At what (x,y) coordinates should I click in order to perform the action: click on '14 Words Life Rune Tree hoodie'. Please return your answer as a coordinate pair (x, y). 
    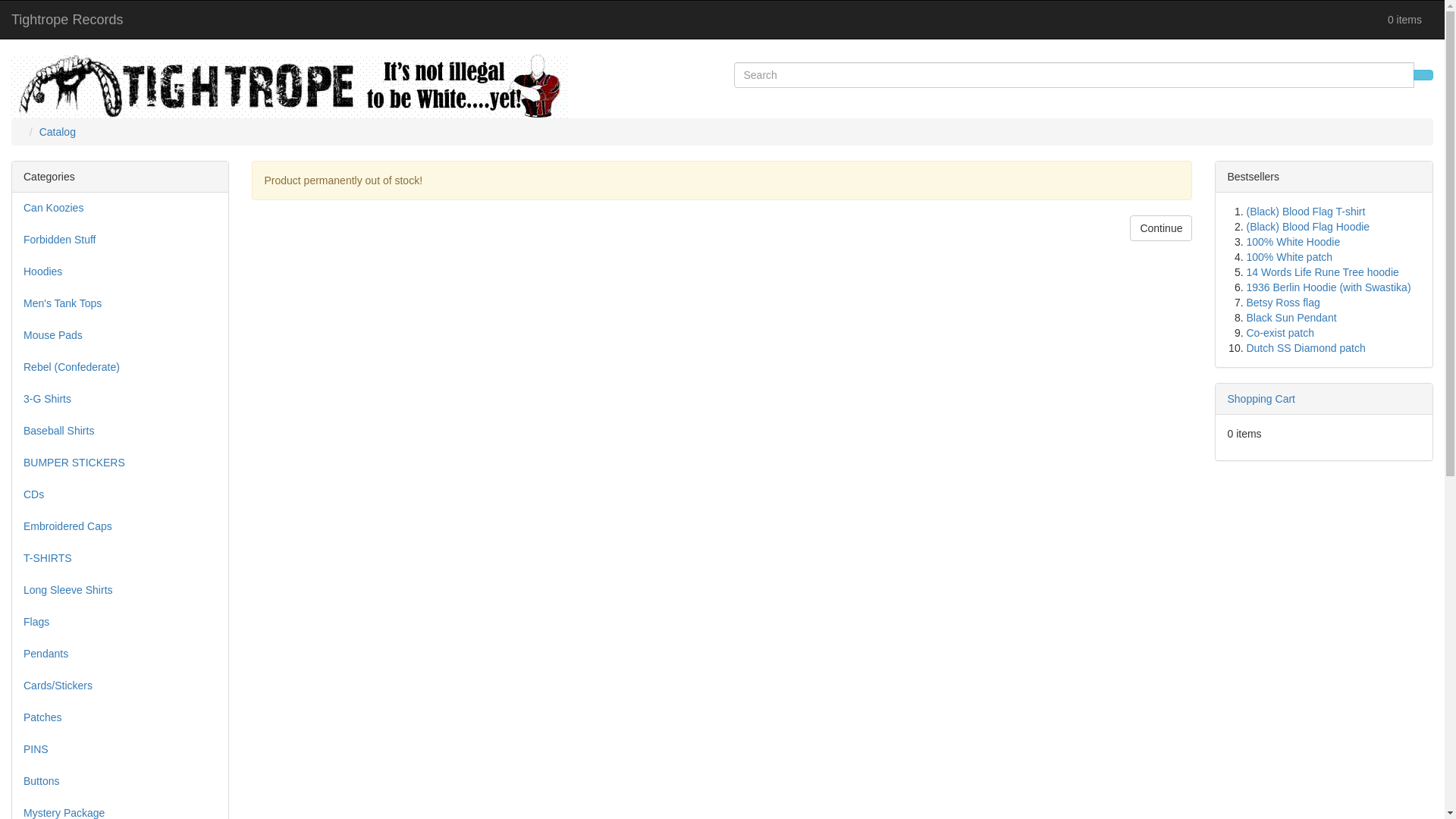
    Looking at the image, I should click on (1245, 271).